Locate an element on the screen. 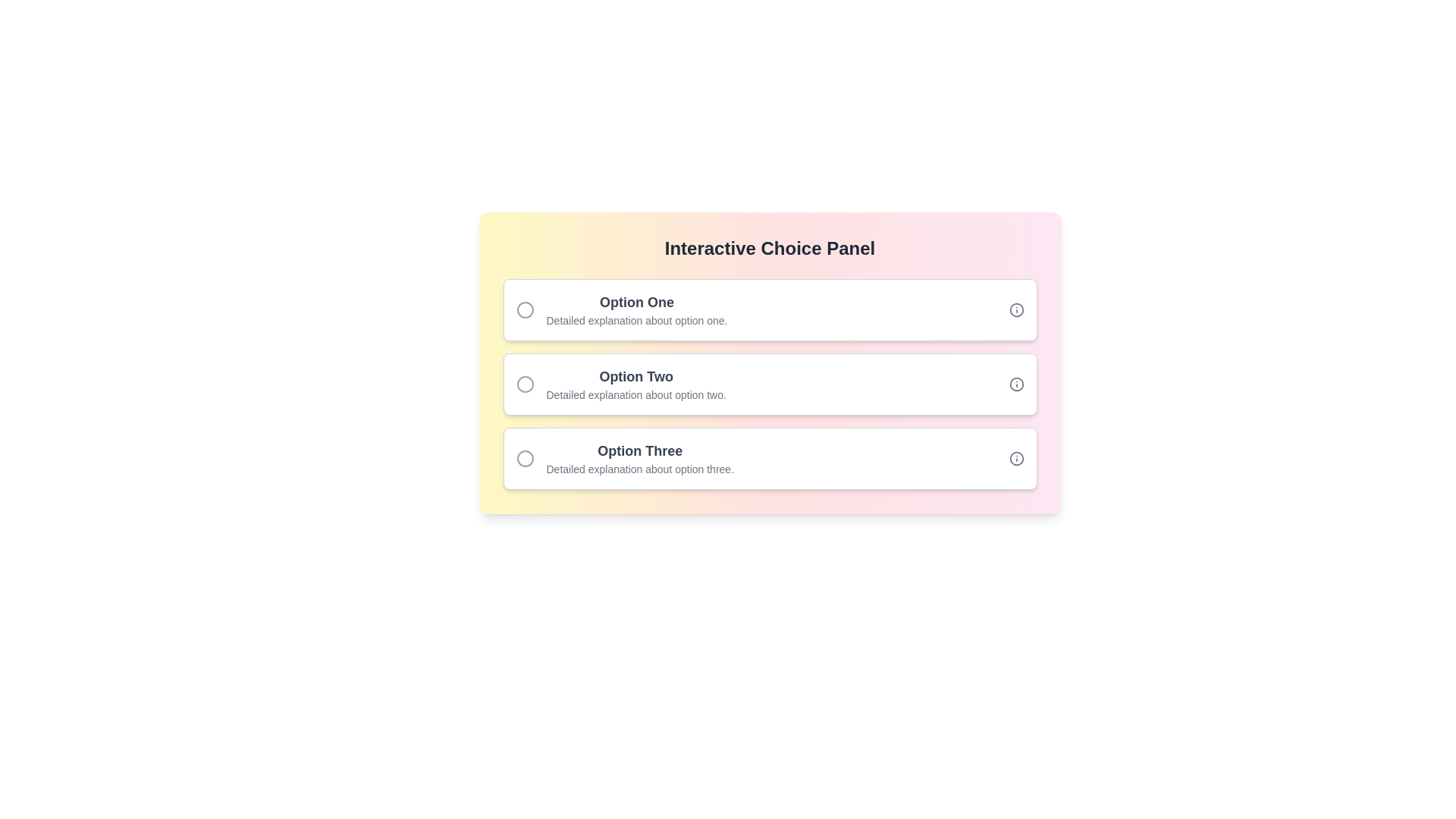 The width and height of the screenshot is (1456, 819). the selectable choice labeled 'Option One' in the first panel of the vertical stack is located at coordinates (770, 309).